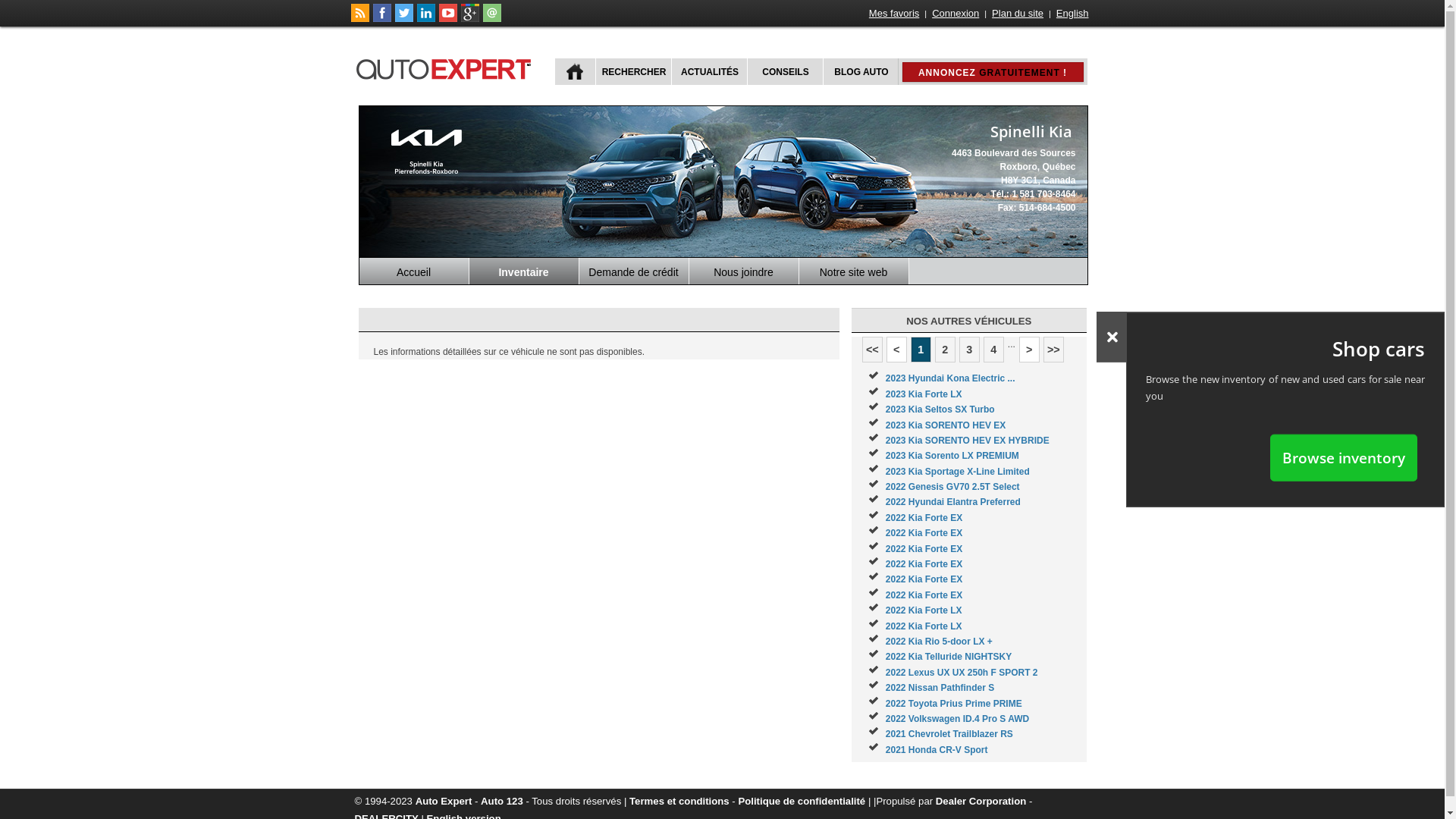  Describe the element at coordinates (783, 71) in the screenshot. I see `'CONSEILS'` at that location.